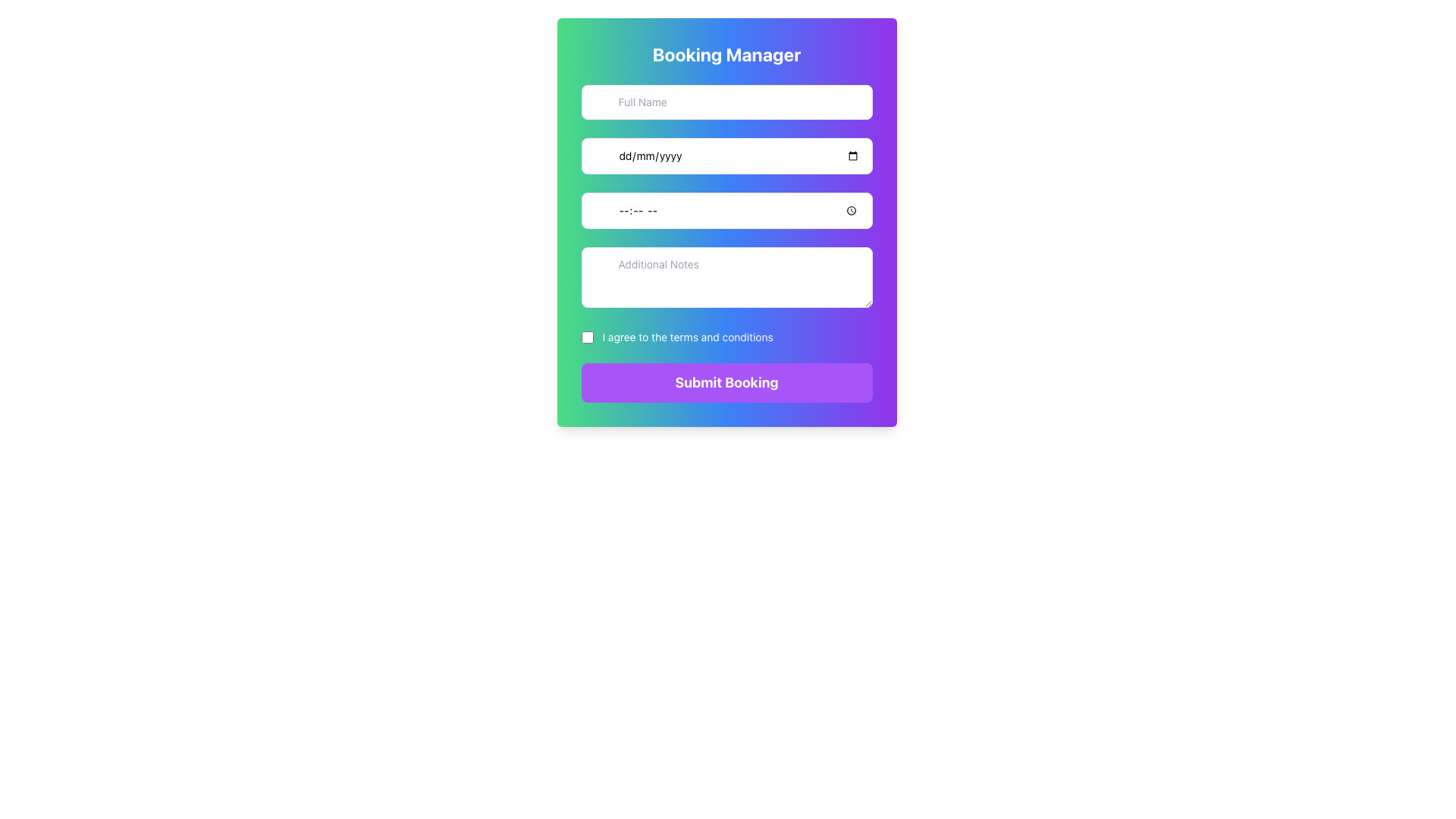  What do you see at coordinates (726, 155) in the screenshot?
I see `the Date Input Field, which is a rectangular input field with rounded corners, intended for selecting or entering a date, located below the 'Full Name' input box and above the time input field` at bounding box center [726, 155].